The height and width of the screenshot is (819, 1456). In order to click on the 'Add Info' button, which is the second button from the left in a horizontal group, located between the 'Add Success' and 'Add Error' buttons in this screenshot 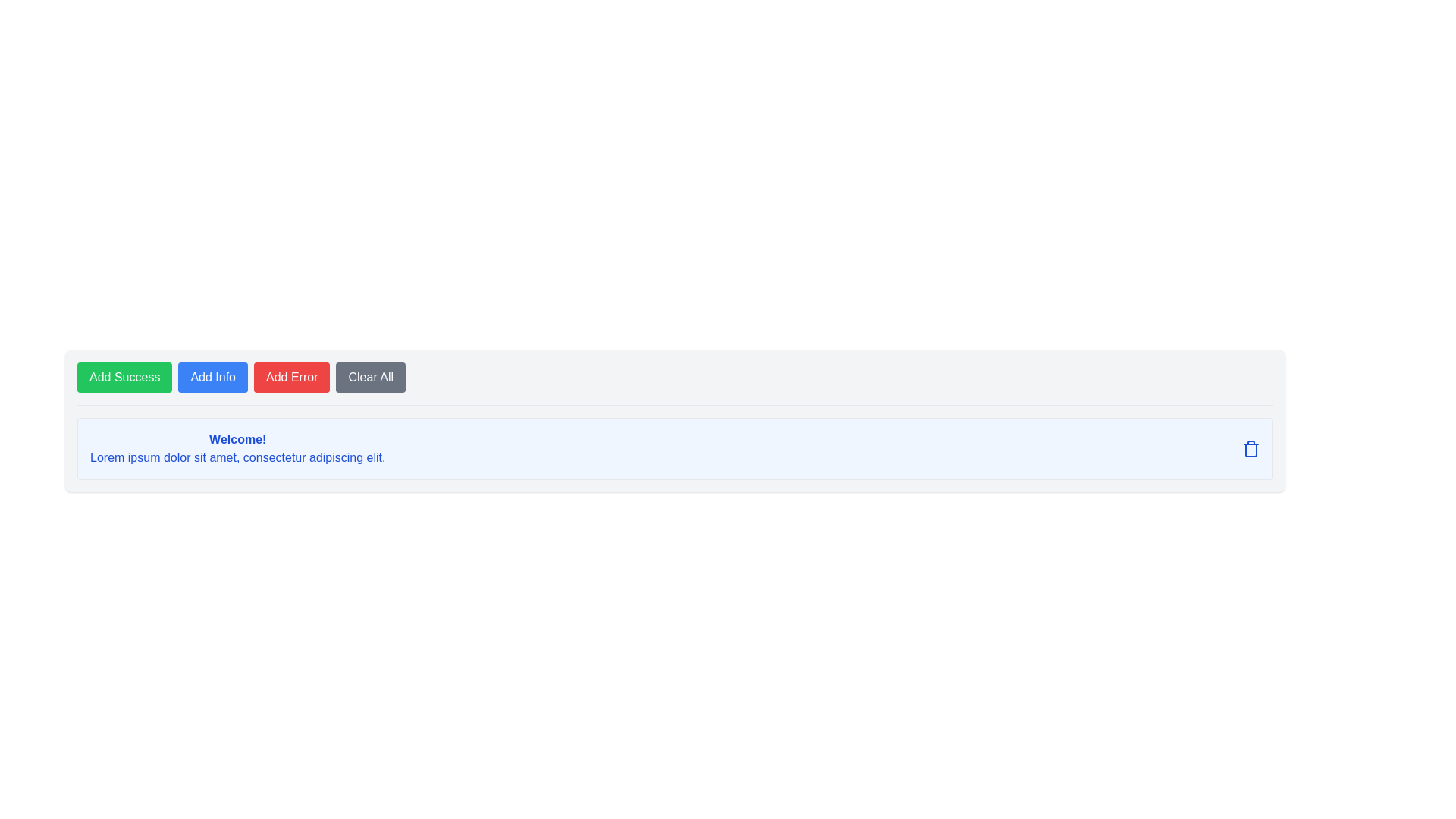, I will do `click(212, 376)`.